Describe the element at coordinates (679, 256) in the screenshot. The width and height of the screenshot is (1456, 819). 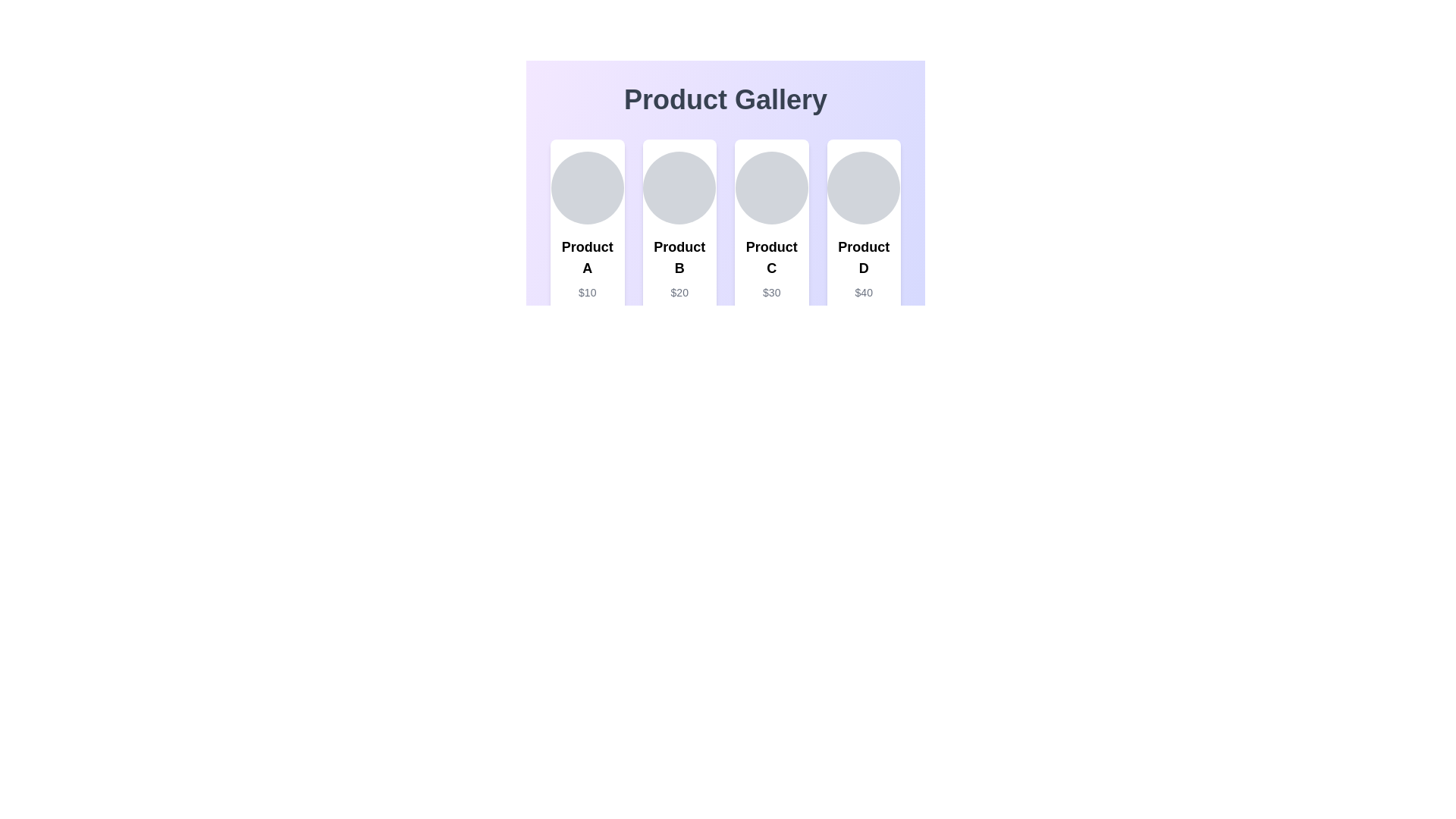
I see `the 'Product B' text label, which is displayed in bold, medium-large font within the second product card, located centrally beneath the circular image placeholder and above the price` at that location.